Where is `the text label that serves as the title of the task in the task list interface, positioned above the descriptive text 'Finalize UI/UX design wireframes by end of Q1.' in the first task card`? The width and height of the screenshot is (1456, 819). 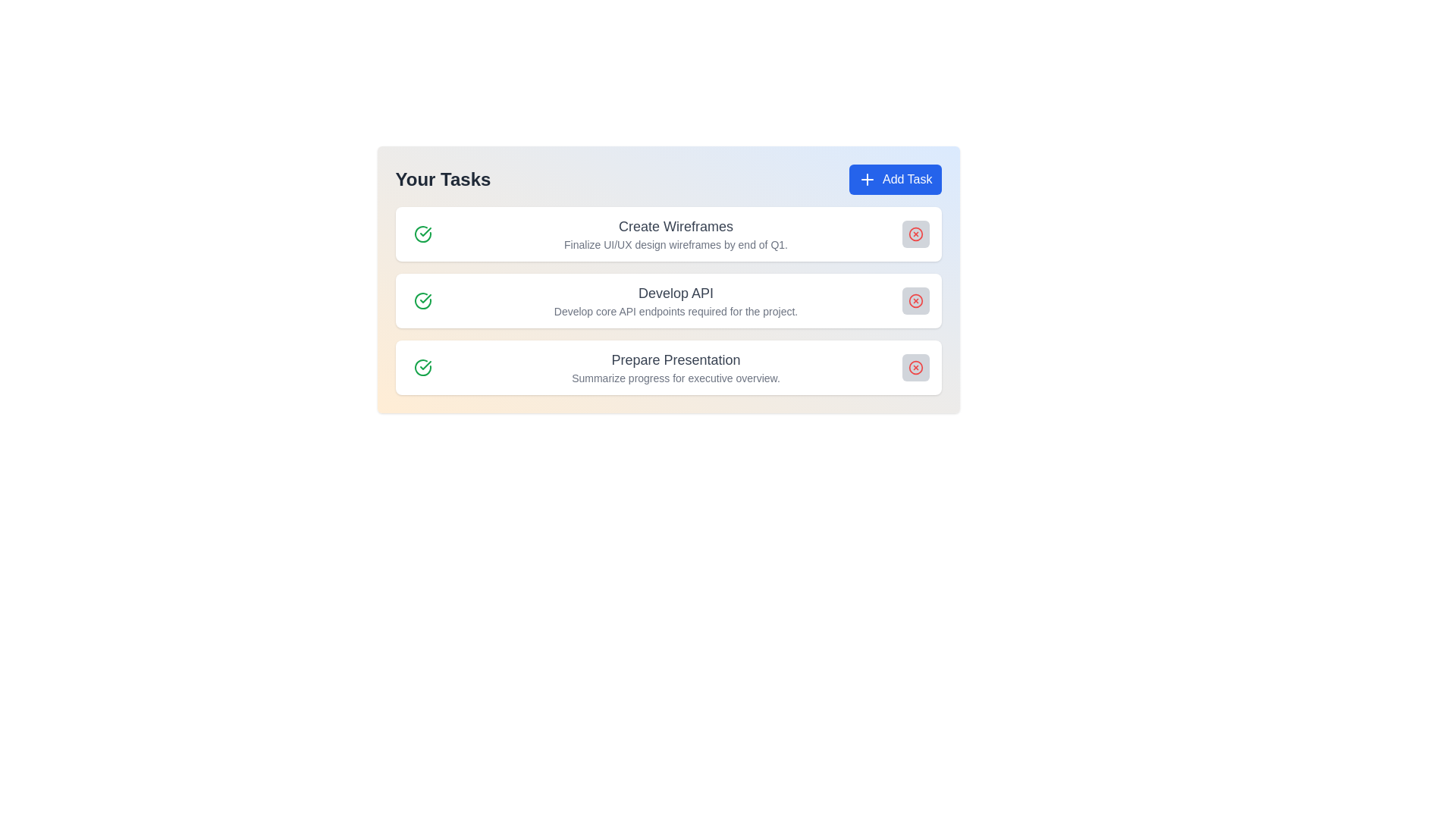 the text label that serves as the title of the task in the task list interface, positioned above the descriptive text 'Finalize UI/UX design wireframes by end of Q1.' in the first task card is located at coordinates (675, 227).